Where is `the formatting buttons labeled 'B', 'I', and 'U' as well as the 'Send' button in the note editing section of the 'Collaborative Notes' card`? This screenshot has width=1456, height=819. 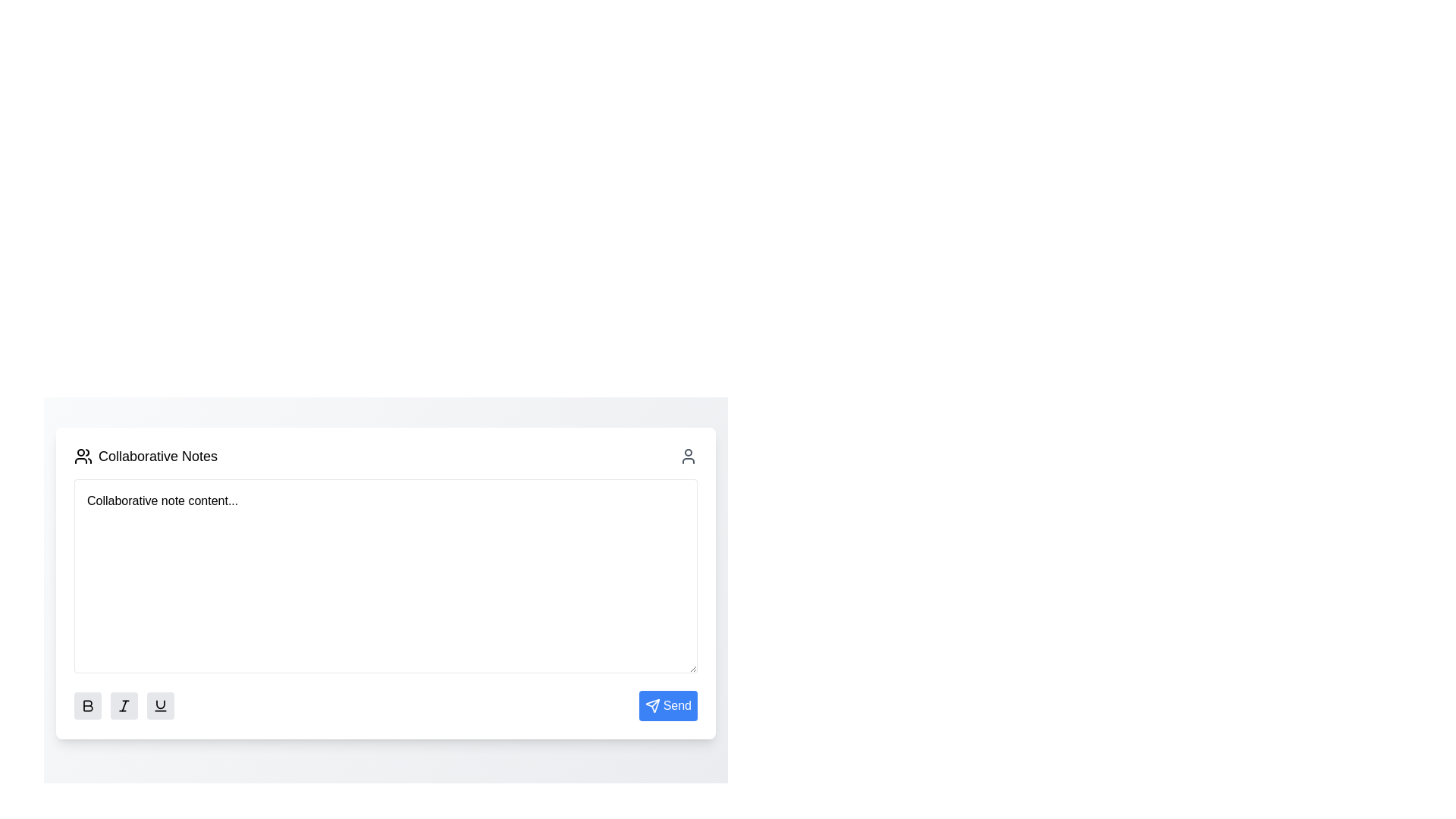 the formatting buttons labeled 'B', 'I', and 'U' as well as the 'Send' button in the note editing section of the 'Collaborative Notes' card is located at coordinates (385, 598).